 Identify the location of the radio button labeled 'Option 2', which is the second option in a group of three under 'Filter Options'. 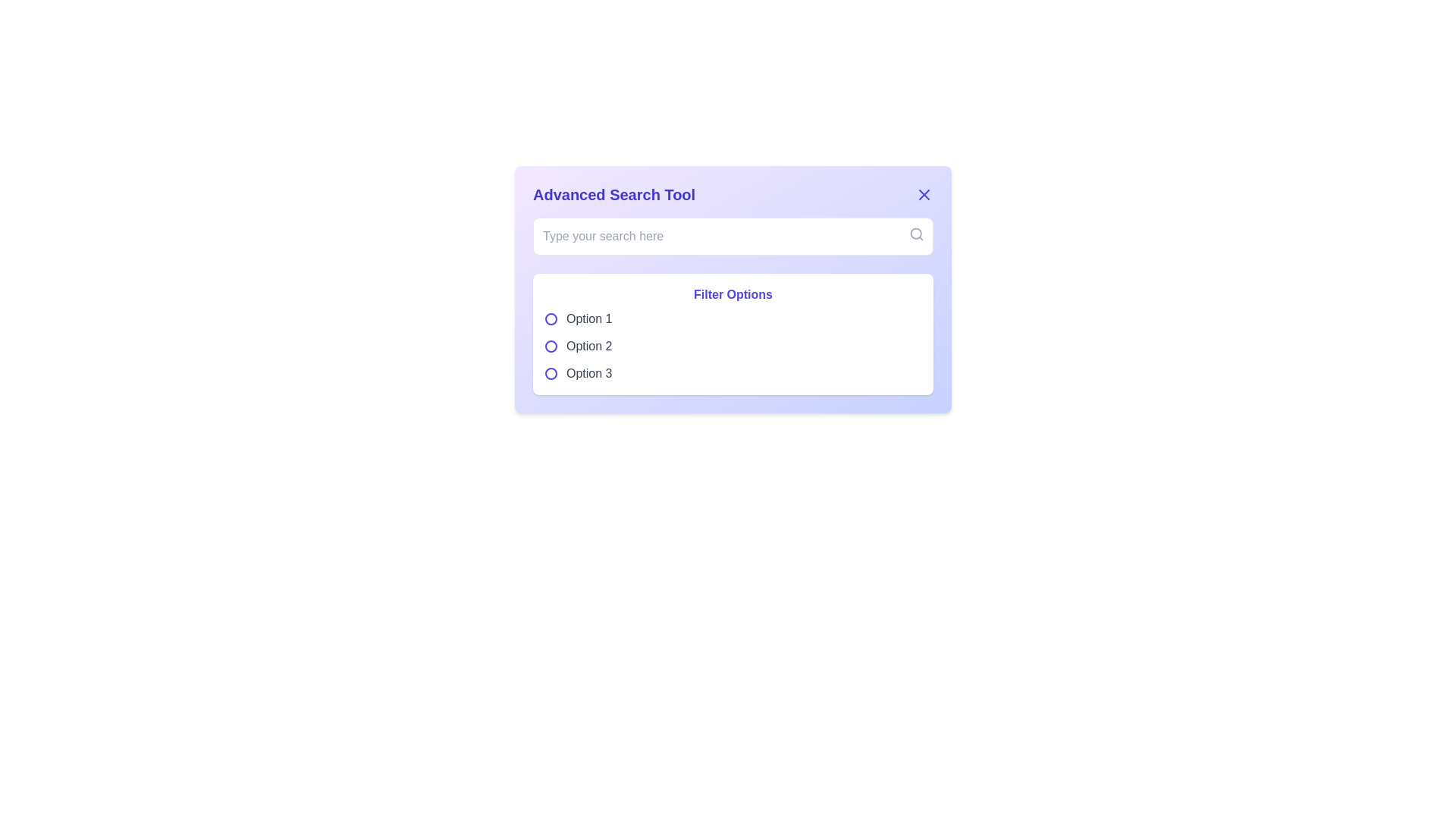
(733, 346).